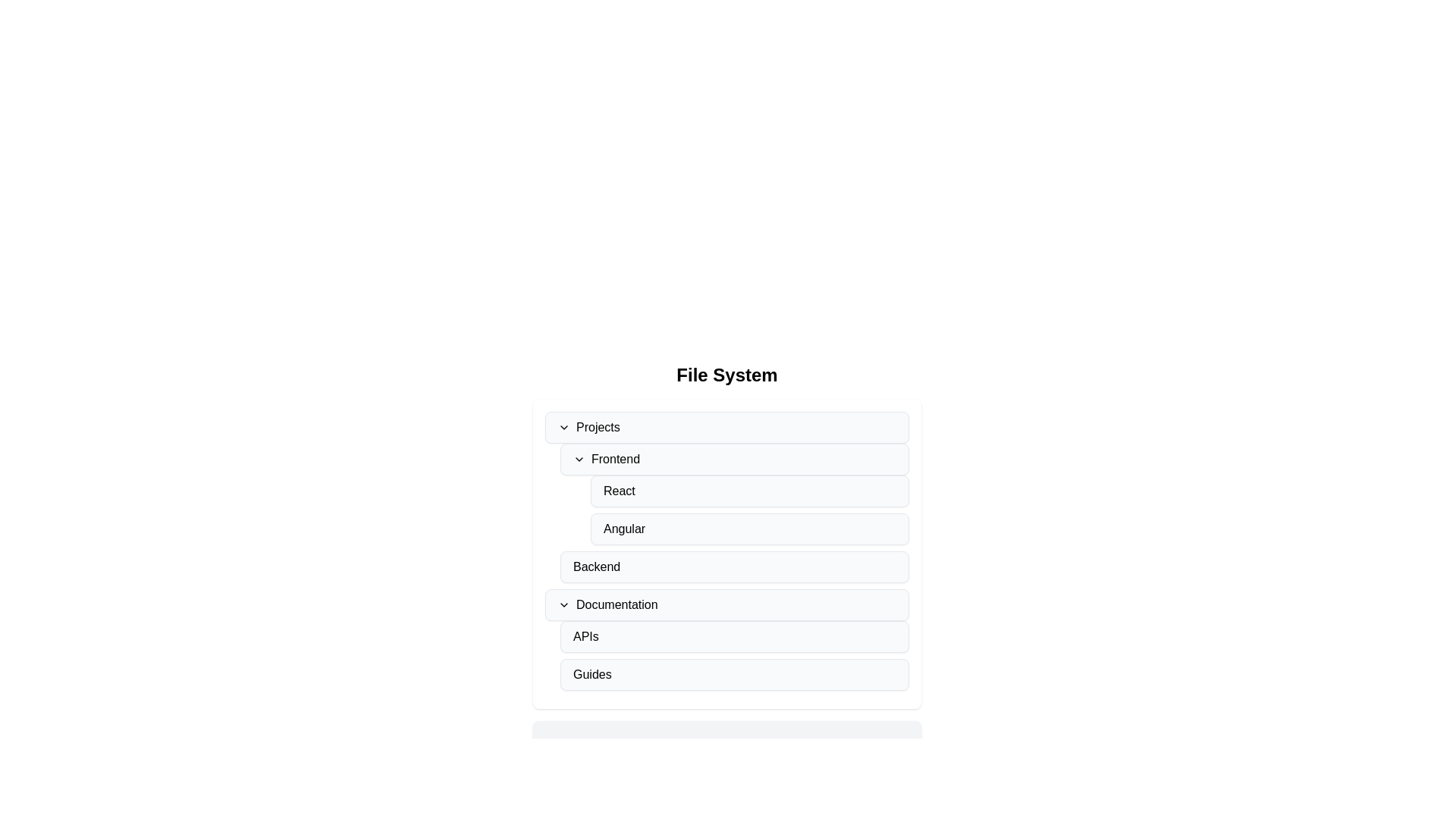  Describe the element at coordinates (726, 640) in the screenshot. I see `the button located in the 'Documentation' section, positioned between the 'Documentation' button above and the 'Guides' button below` at that location.